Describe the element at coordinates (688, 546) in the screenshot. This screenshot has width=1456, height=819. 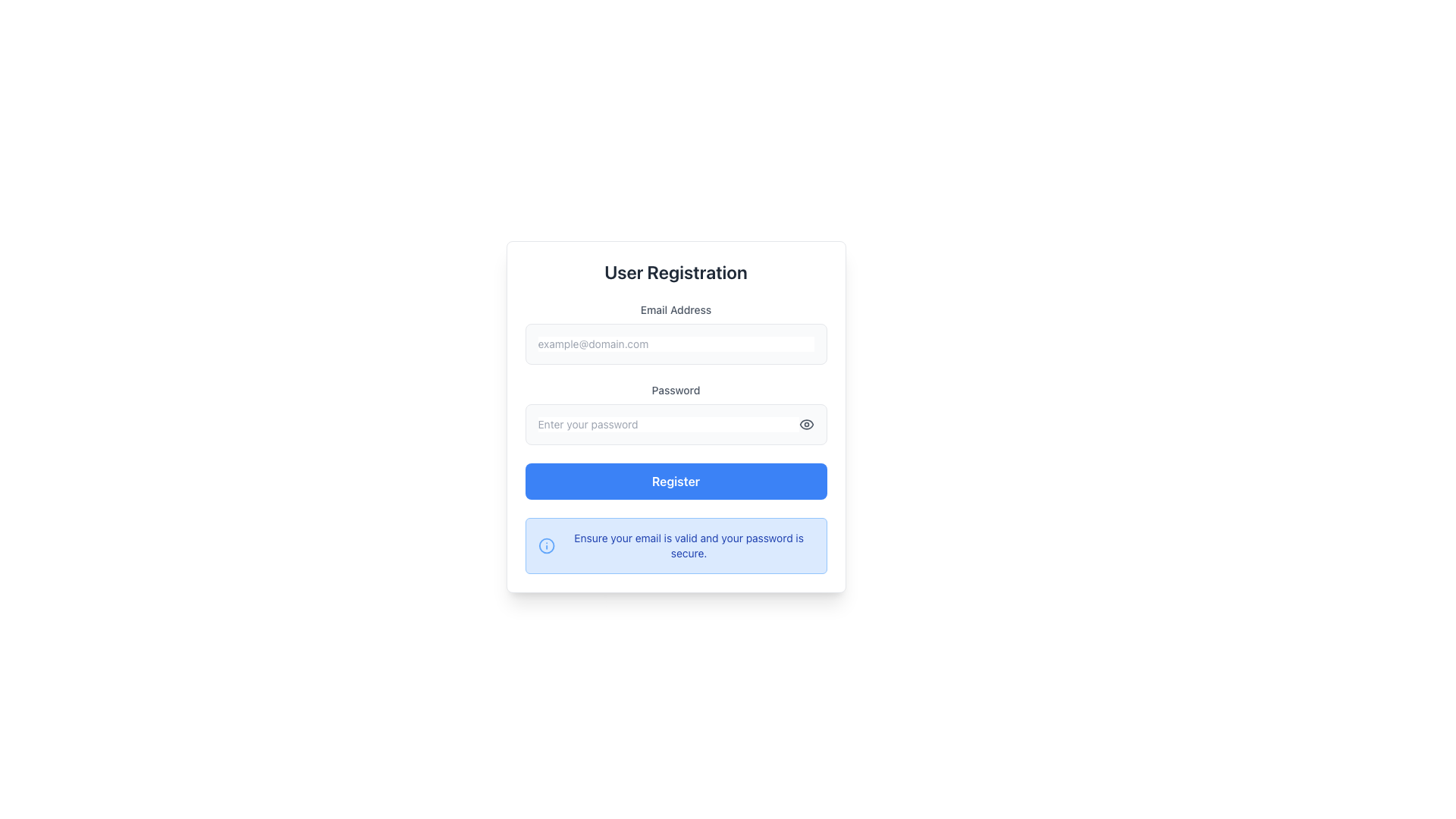
I see `the informational Text Block located in the notification box below the registration form, which provides guidance for secure registration inputs` at that location.